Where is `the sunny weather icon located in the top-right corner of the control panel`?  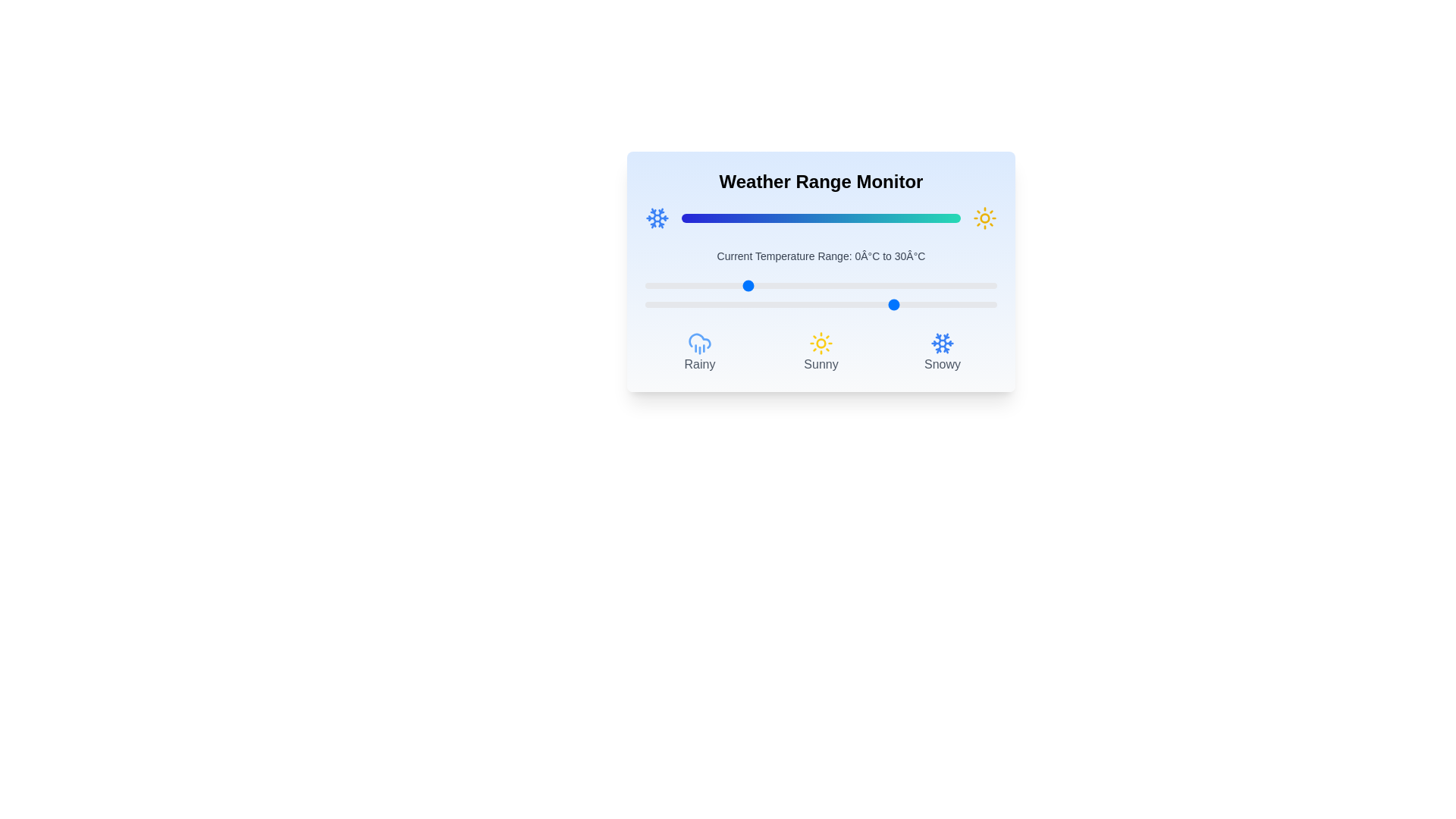
the sunny weather icon located in the top-right corner of the control panel is located at coordinates (985, 218).